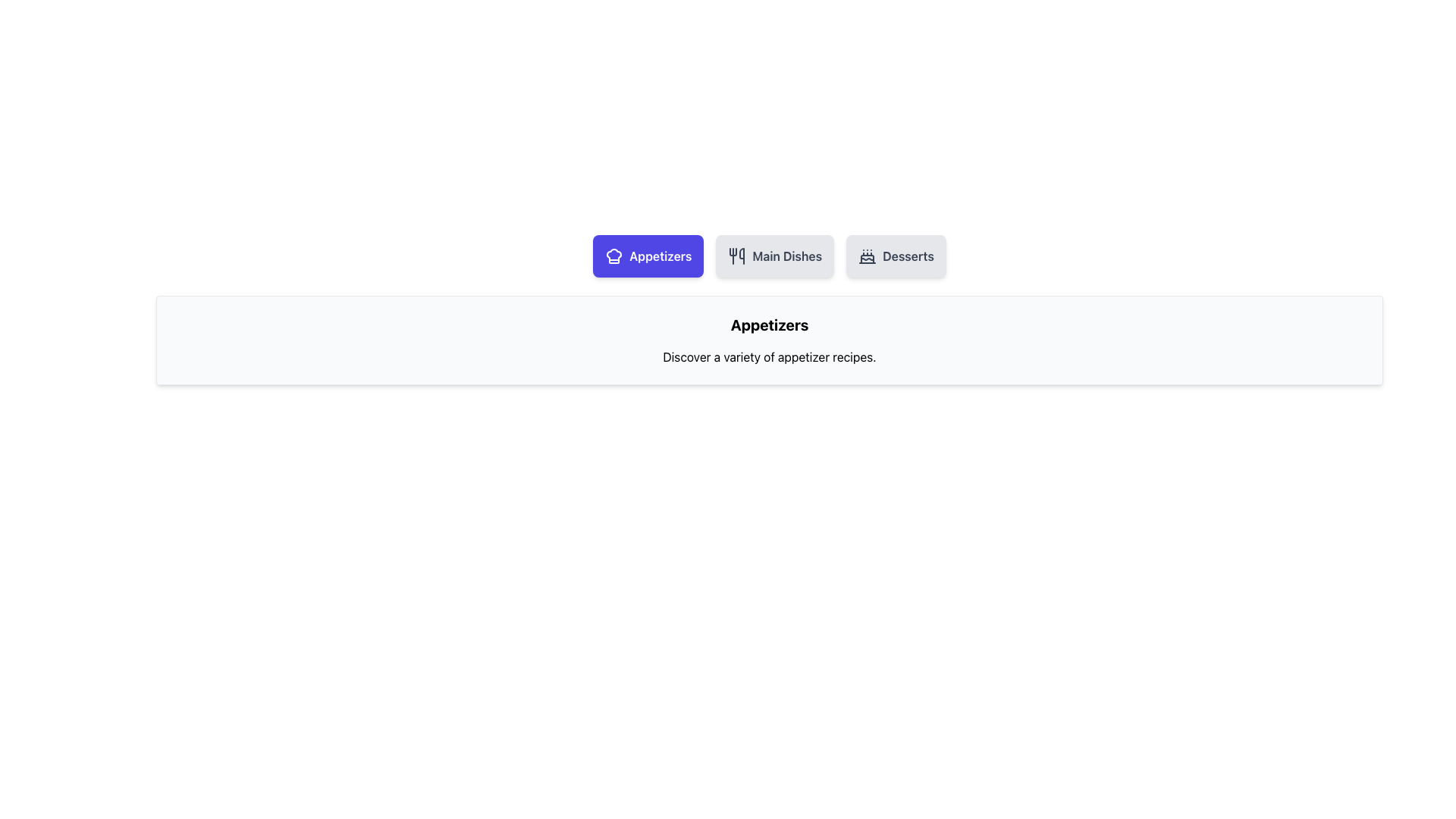 The width and height of the screenshot is (1456, 819). What do you see at coordinates (648, 256) in the screenshot?
I see `the 'Appetizers' button, which is a rectangular button with rounded corners, a purple background, and a chef's hat icon to the left of the text` at bounding box center [648, 256].